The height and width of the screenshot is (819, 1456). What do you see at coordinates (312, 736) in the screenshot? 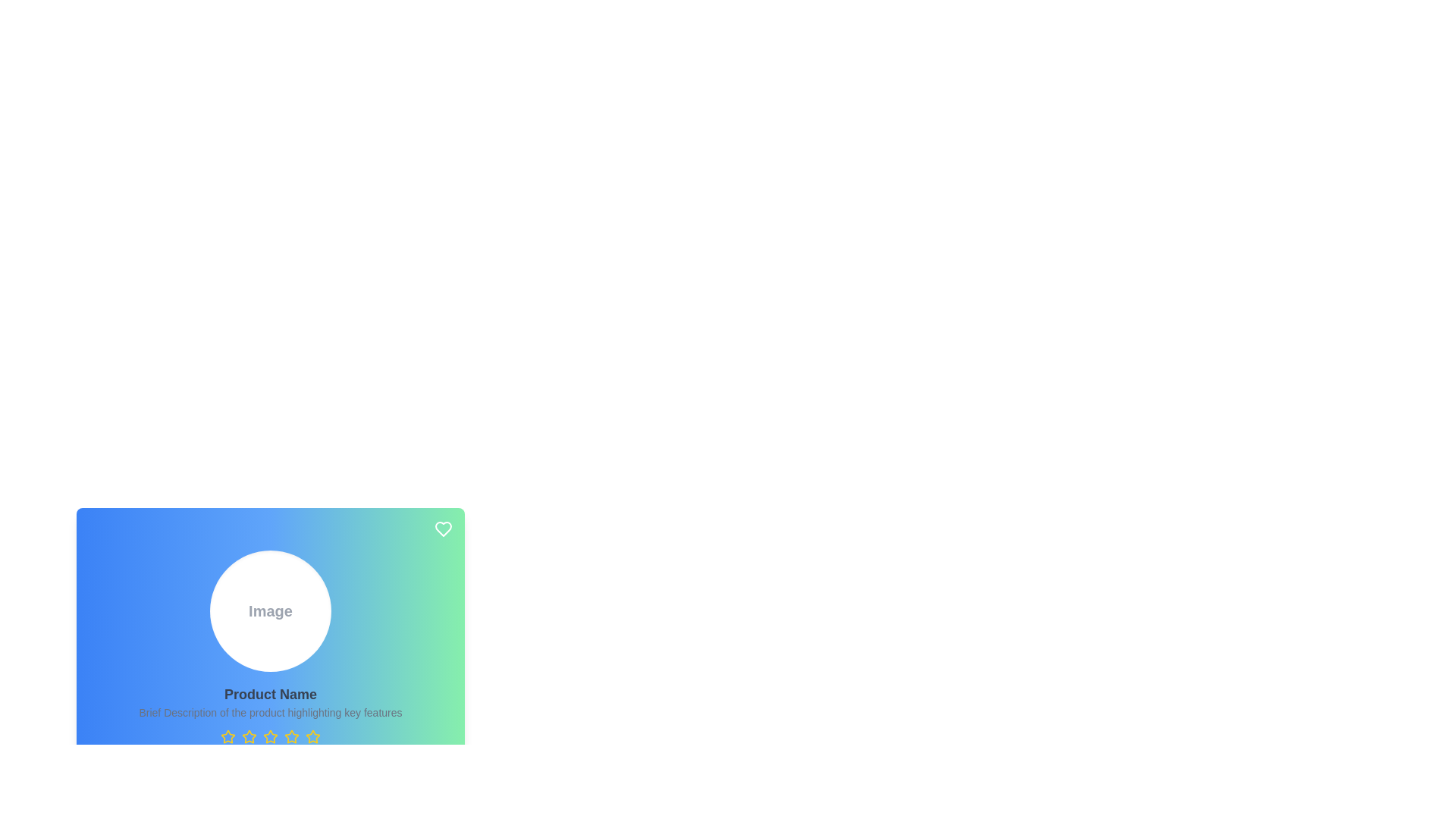
I see `the fifth yellow star icon with a blue border to rate it` at bounding box center [312, 736].